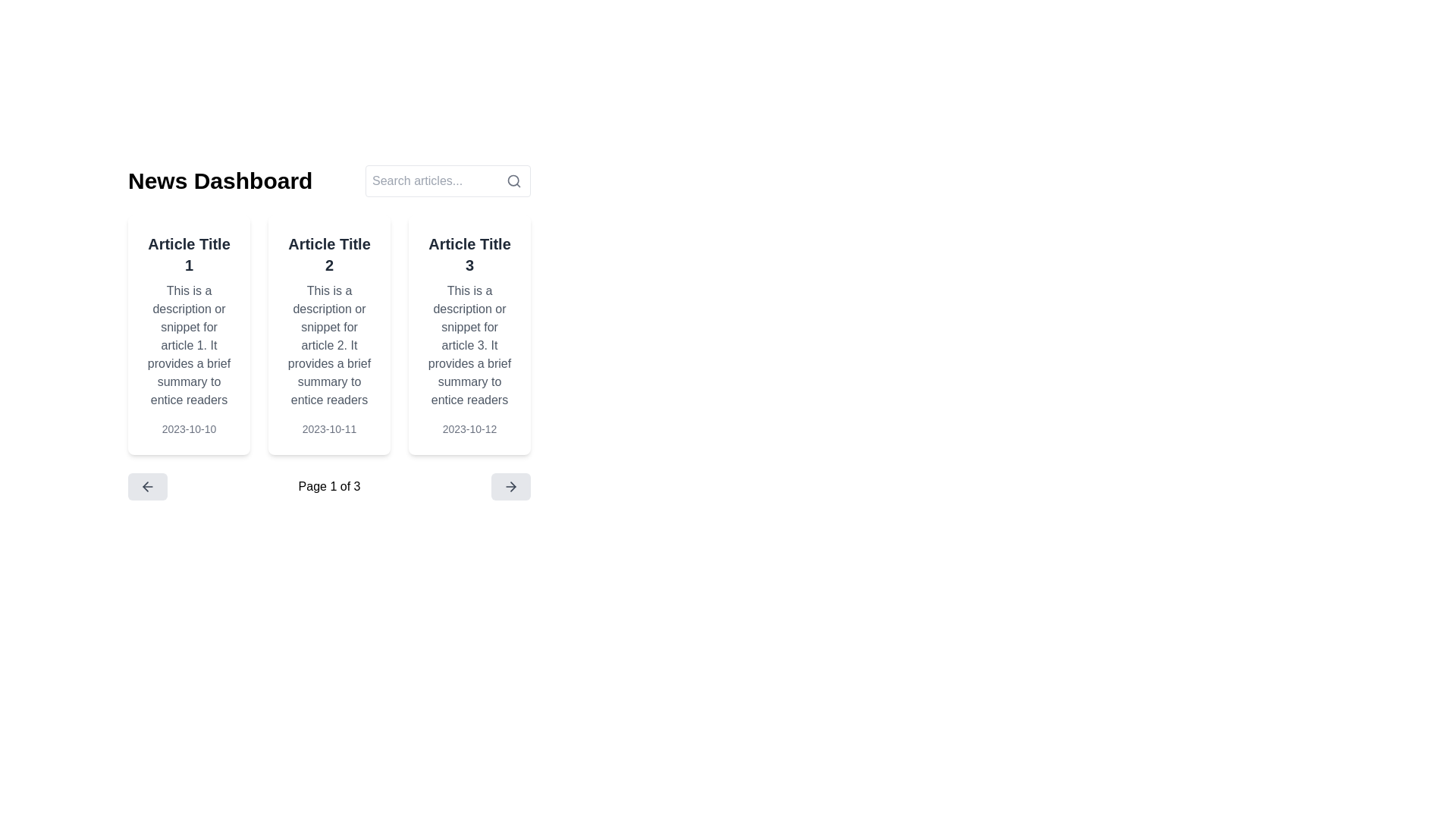  I want to click on the Heading text at the top of the leftmost card on the News Dashboard, so click(188, 253).